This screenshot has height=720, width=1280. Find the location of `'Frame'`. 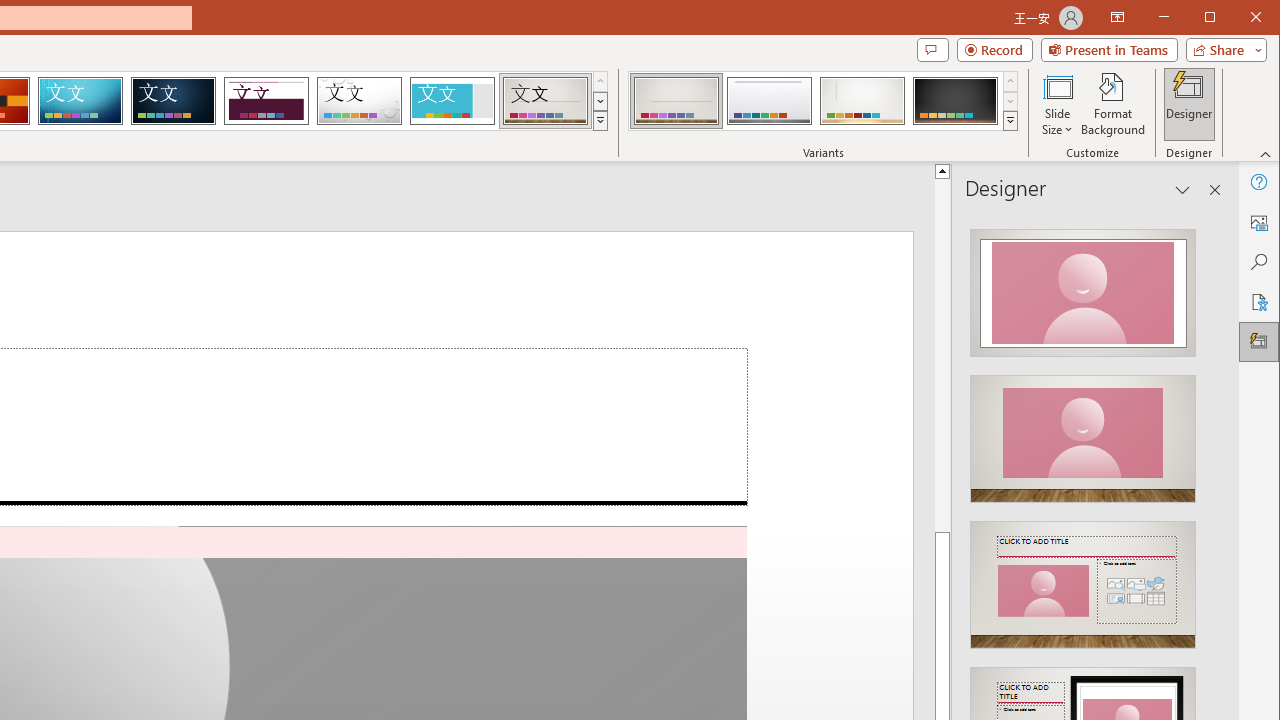

'Frame' is located at coordinates (451, 100).